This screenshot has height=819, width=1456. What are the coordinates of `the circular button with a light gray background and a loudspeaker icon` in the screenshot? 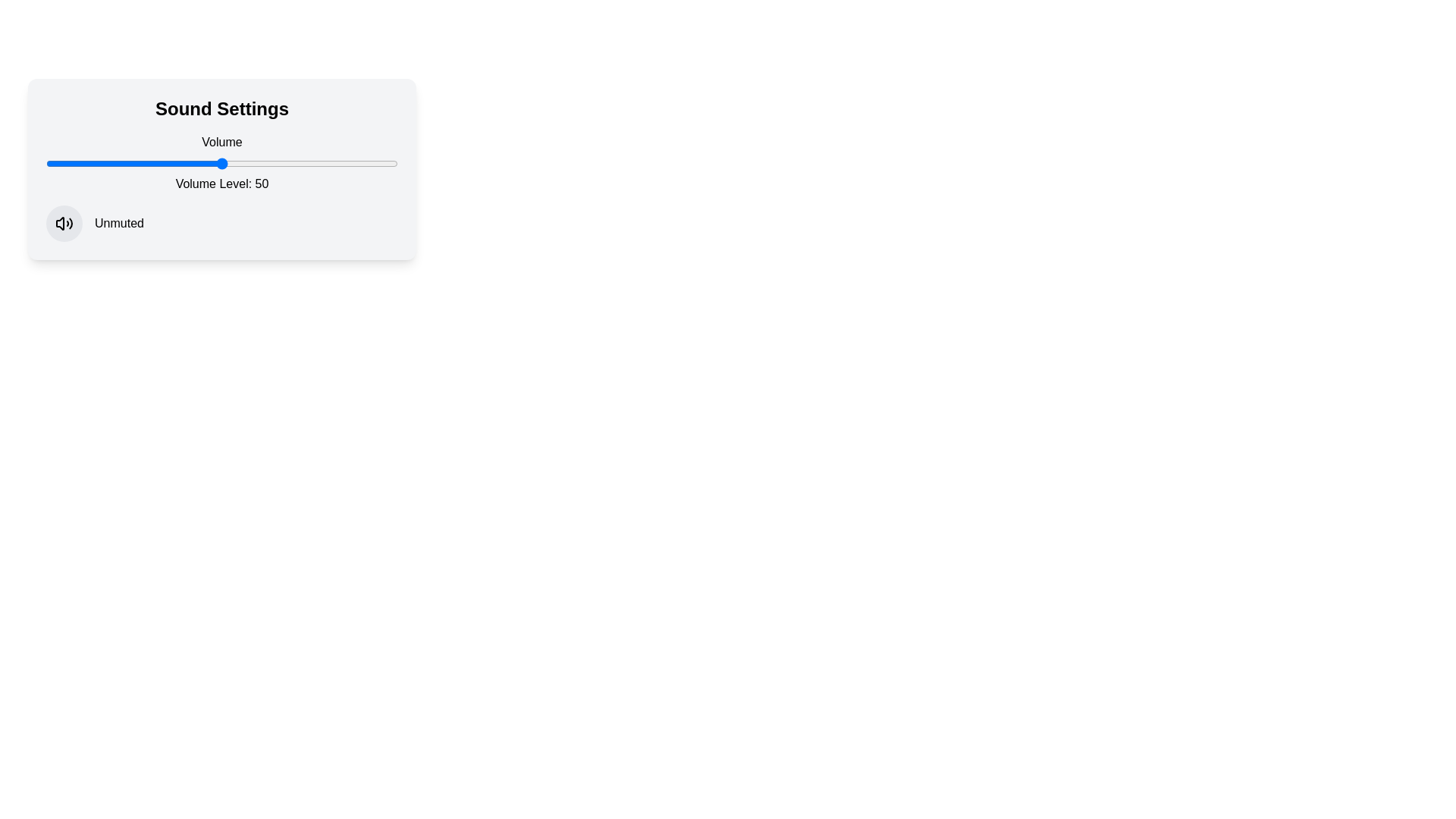 It's located at (64, 223).